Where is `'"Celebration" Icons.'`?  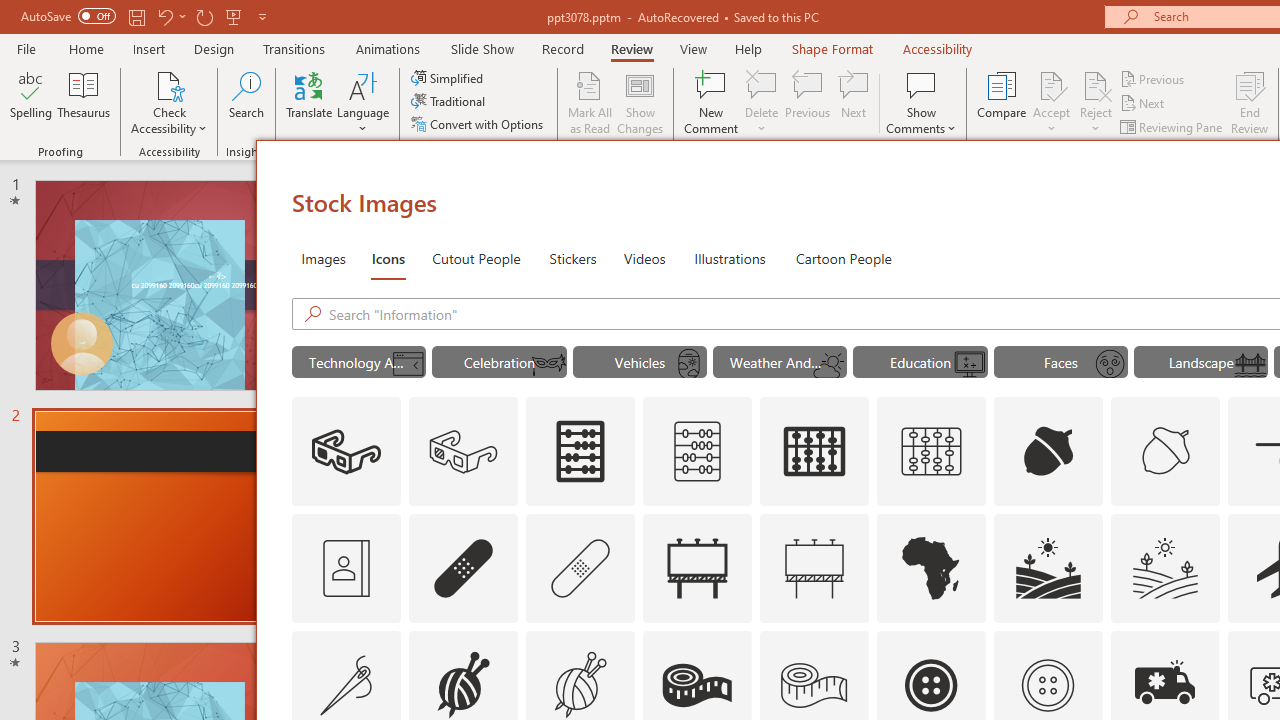 '"Celebration" Icons.' is located at coordinates (499, 362).